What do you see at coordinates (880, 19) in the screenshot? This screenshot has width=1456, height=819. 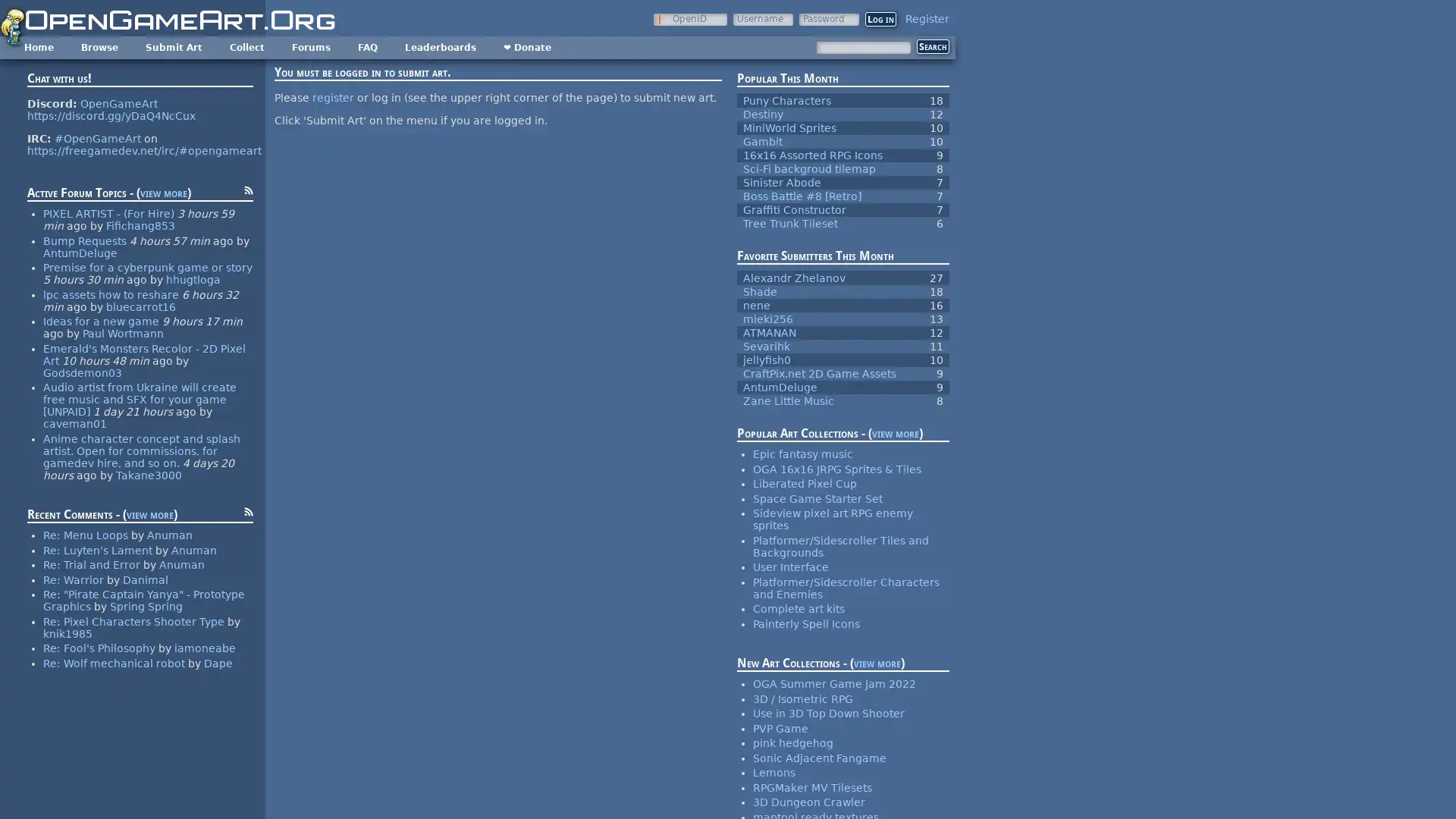 I see `Log in` at bounding box center [880, 19].